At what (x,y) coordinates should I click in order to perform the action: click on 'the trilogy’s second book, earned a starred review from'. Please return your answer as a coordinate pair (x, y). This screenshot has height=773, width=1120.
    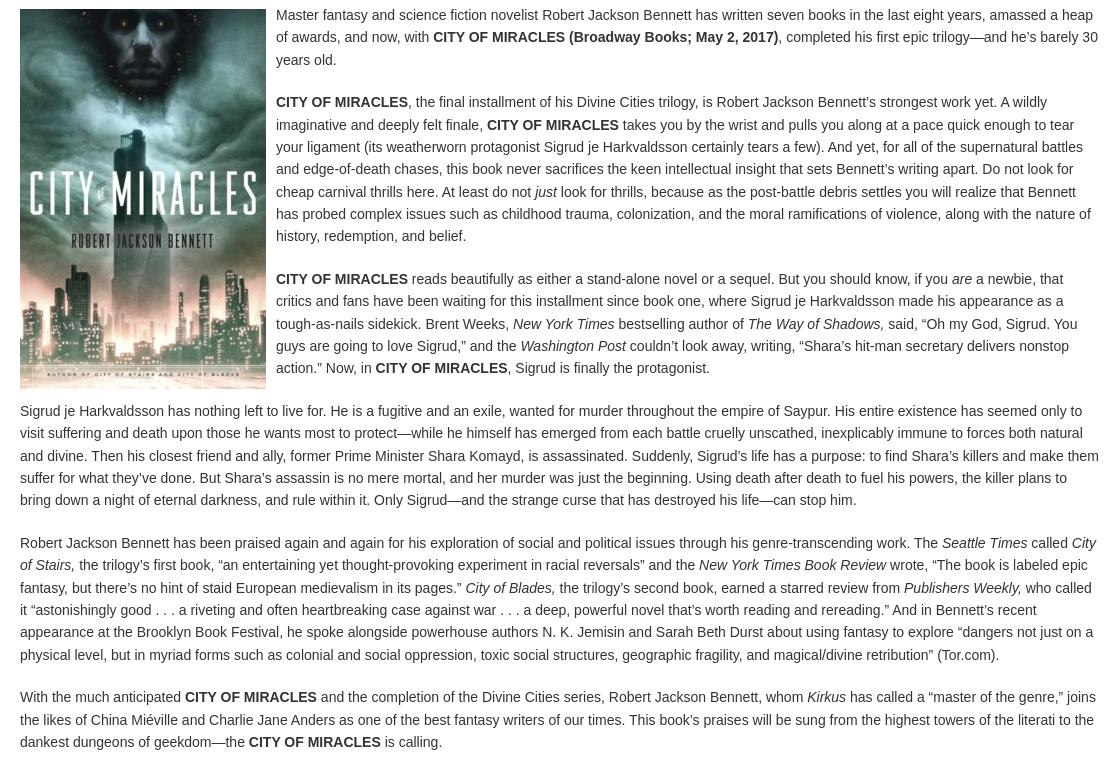
    Looking at the image, I should click on (729, 587).